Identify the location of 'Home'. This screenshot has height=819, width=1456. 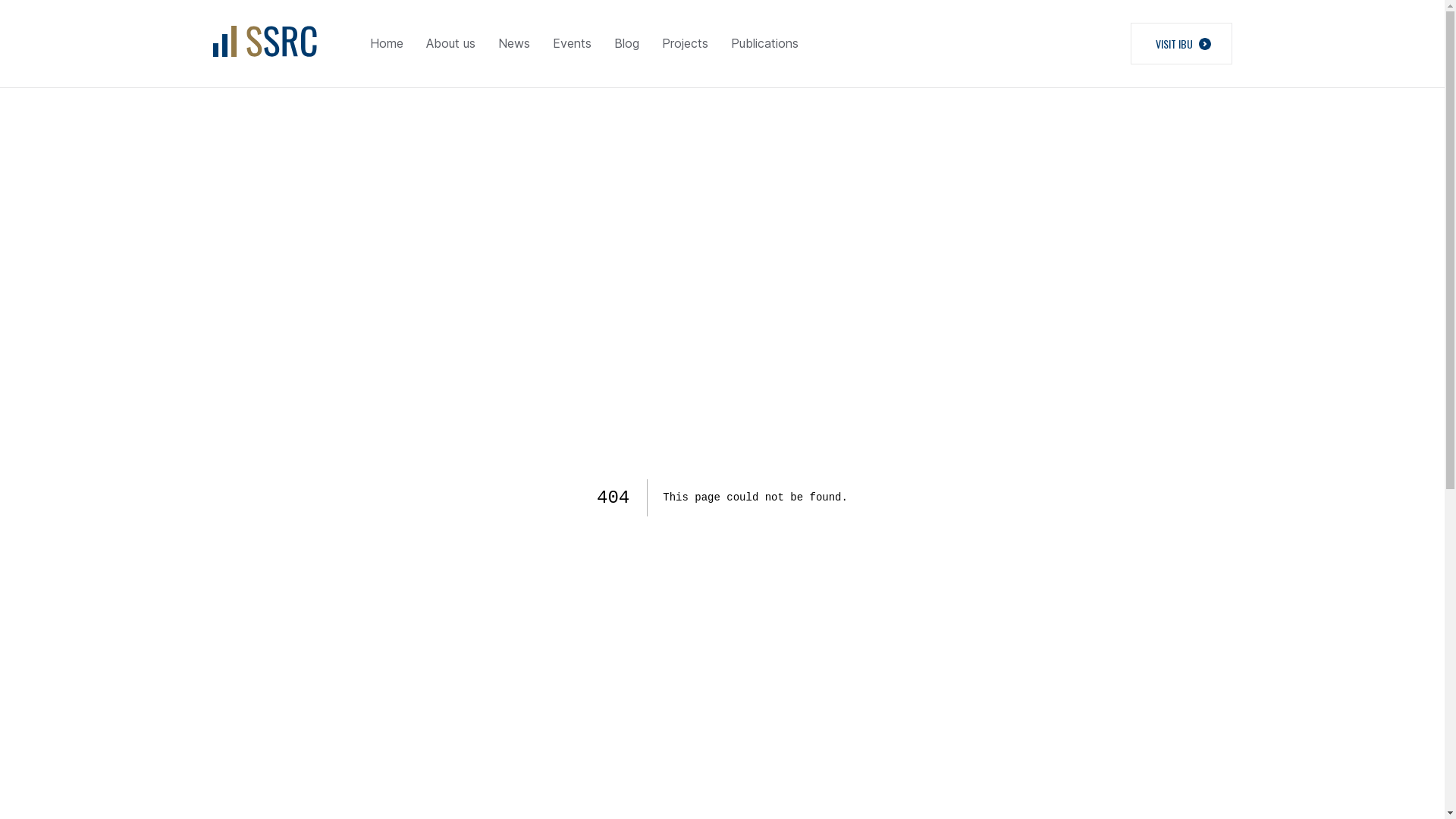
(370, 42).